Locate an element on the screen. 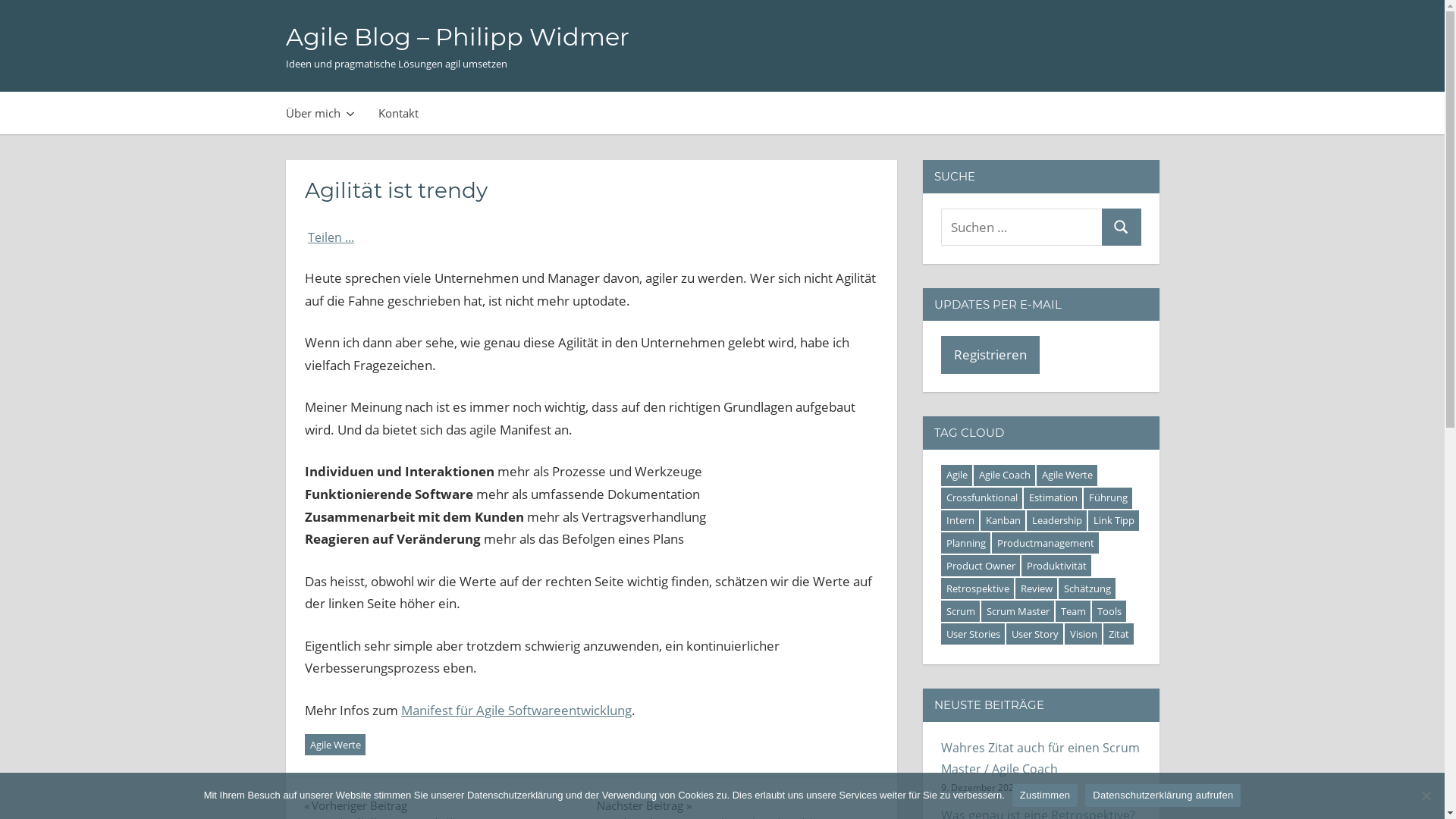 This screenshot has height=819, width=1456. 'Suchen' is located at coordinates (1121, 226).